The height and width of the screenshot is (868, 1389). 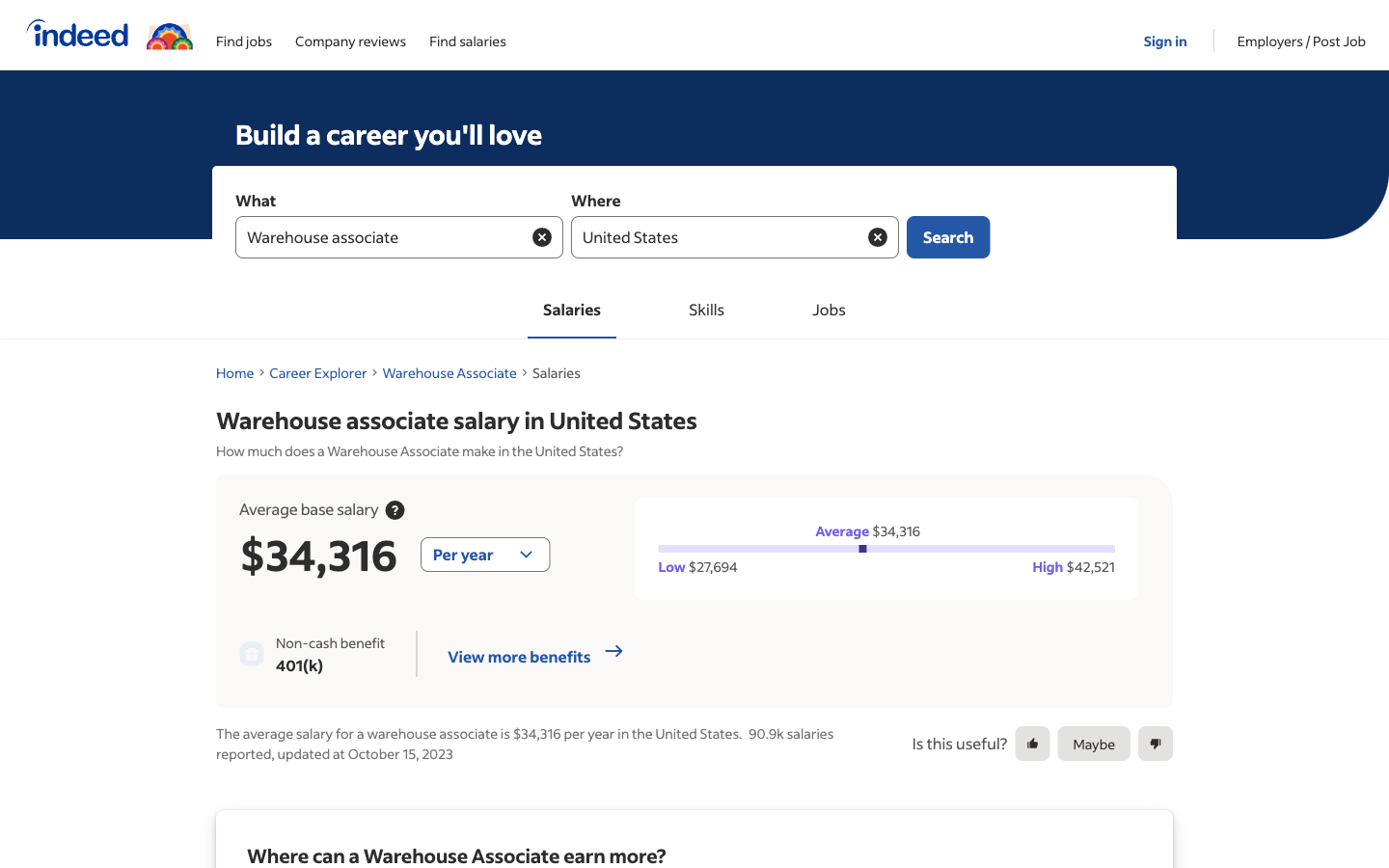 What do you see at coordinates (877, 235) in the screenshot?
I see `Deselect the work region of "United States` at bounding box center [877, 235].